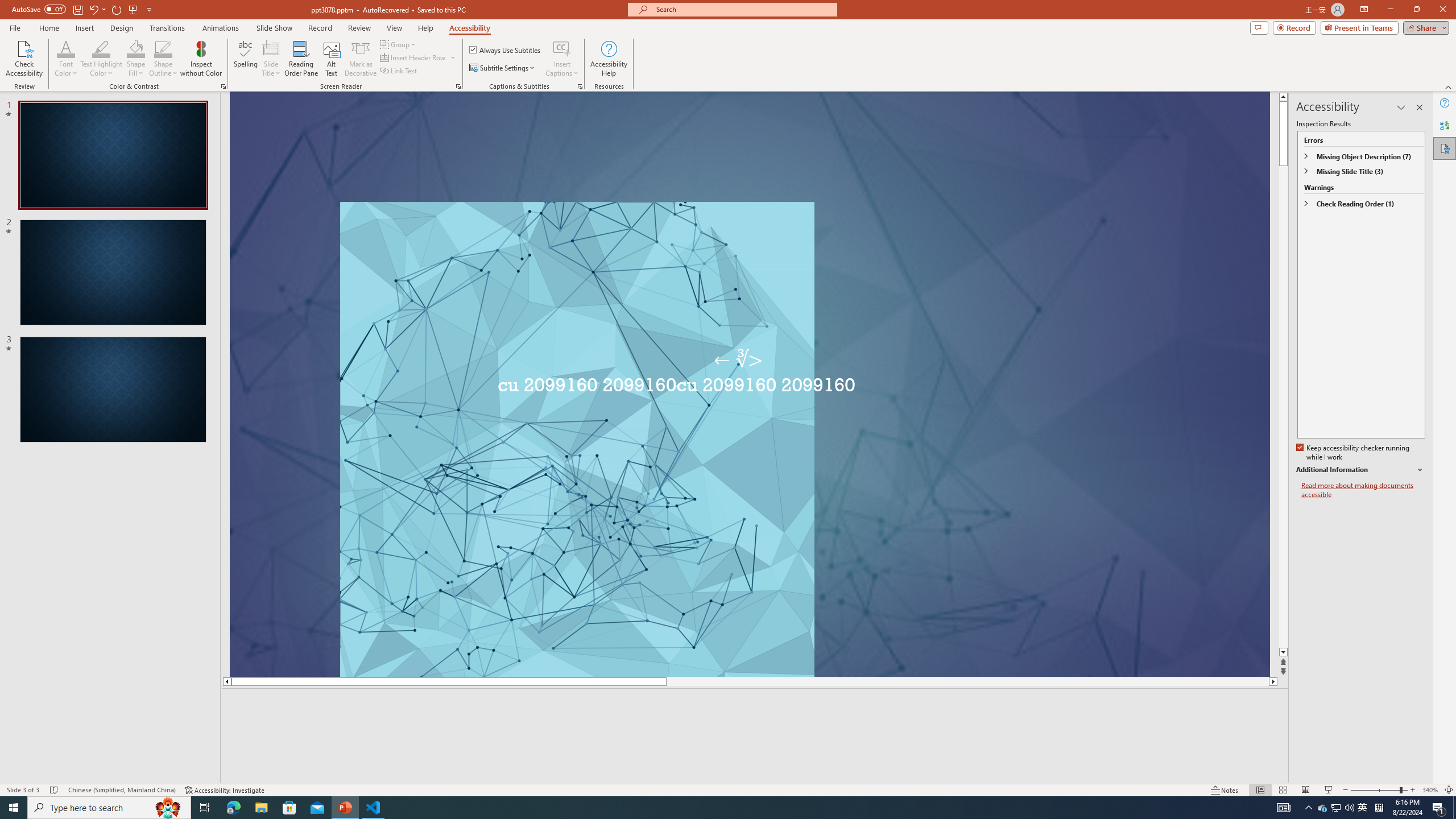 The height and width of the screenshot is (819, 1456). I want to click on 'Additional Information', so click(1360, 470).